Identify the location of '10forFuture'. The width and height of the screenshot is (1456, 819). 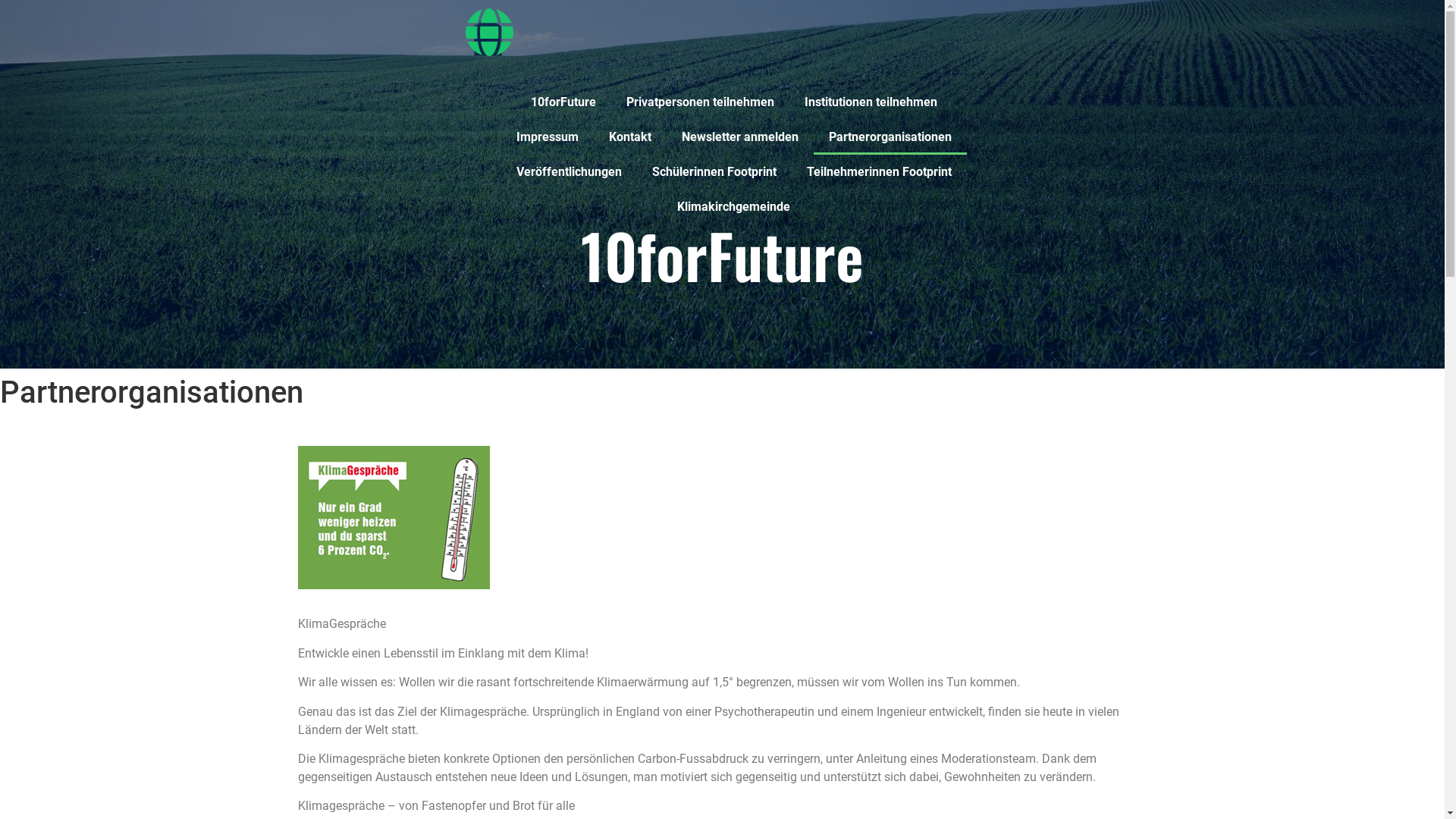
(563, 102).